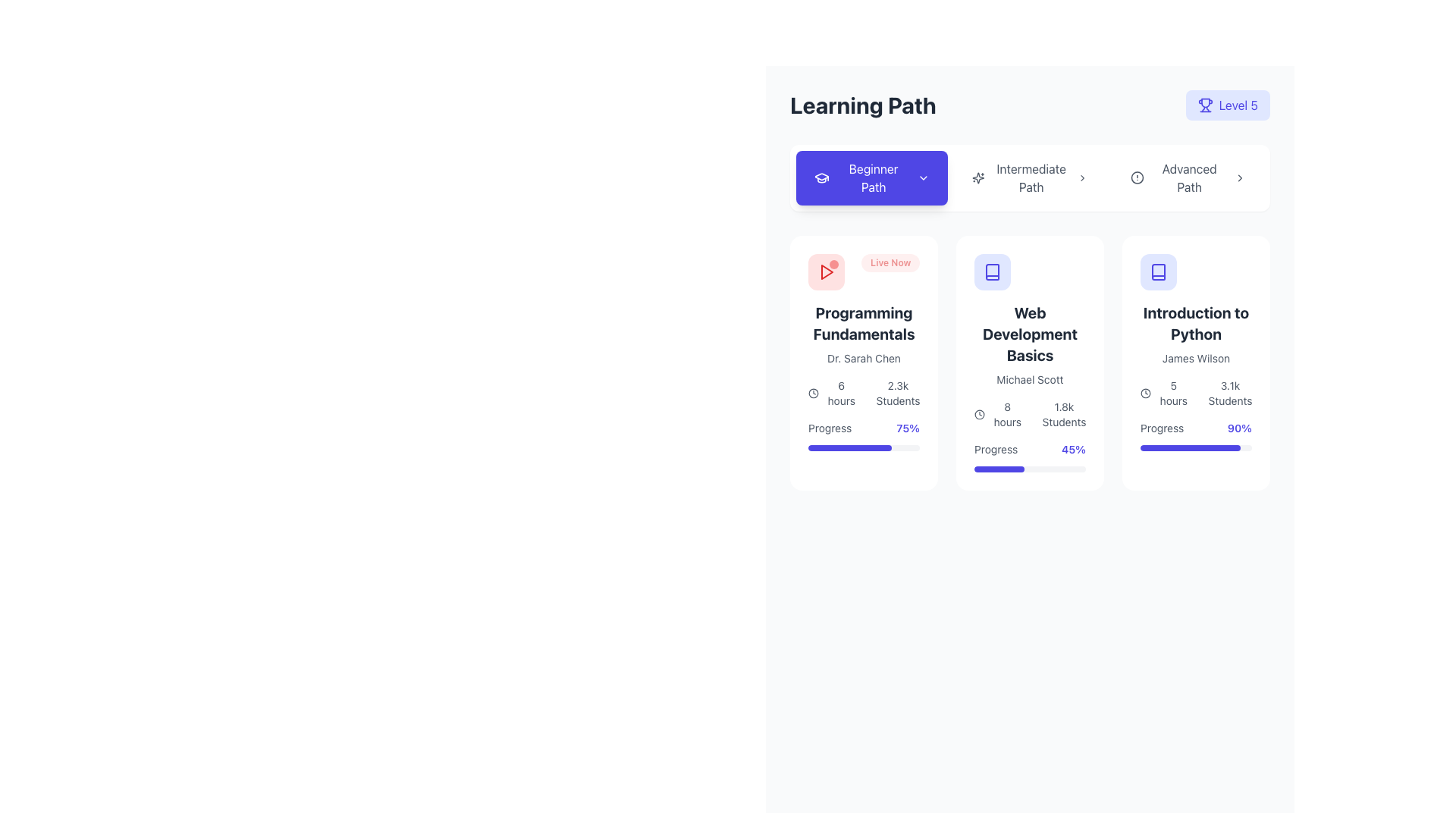 This screenshot has width=1456, height=819. I want to click on information displayed in the text label showing '90%' in bold indigo font, located in the bottom right corner of the 'Introduction to Python' card next to the 'Progress' label, so click(1239, 428).